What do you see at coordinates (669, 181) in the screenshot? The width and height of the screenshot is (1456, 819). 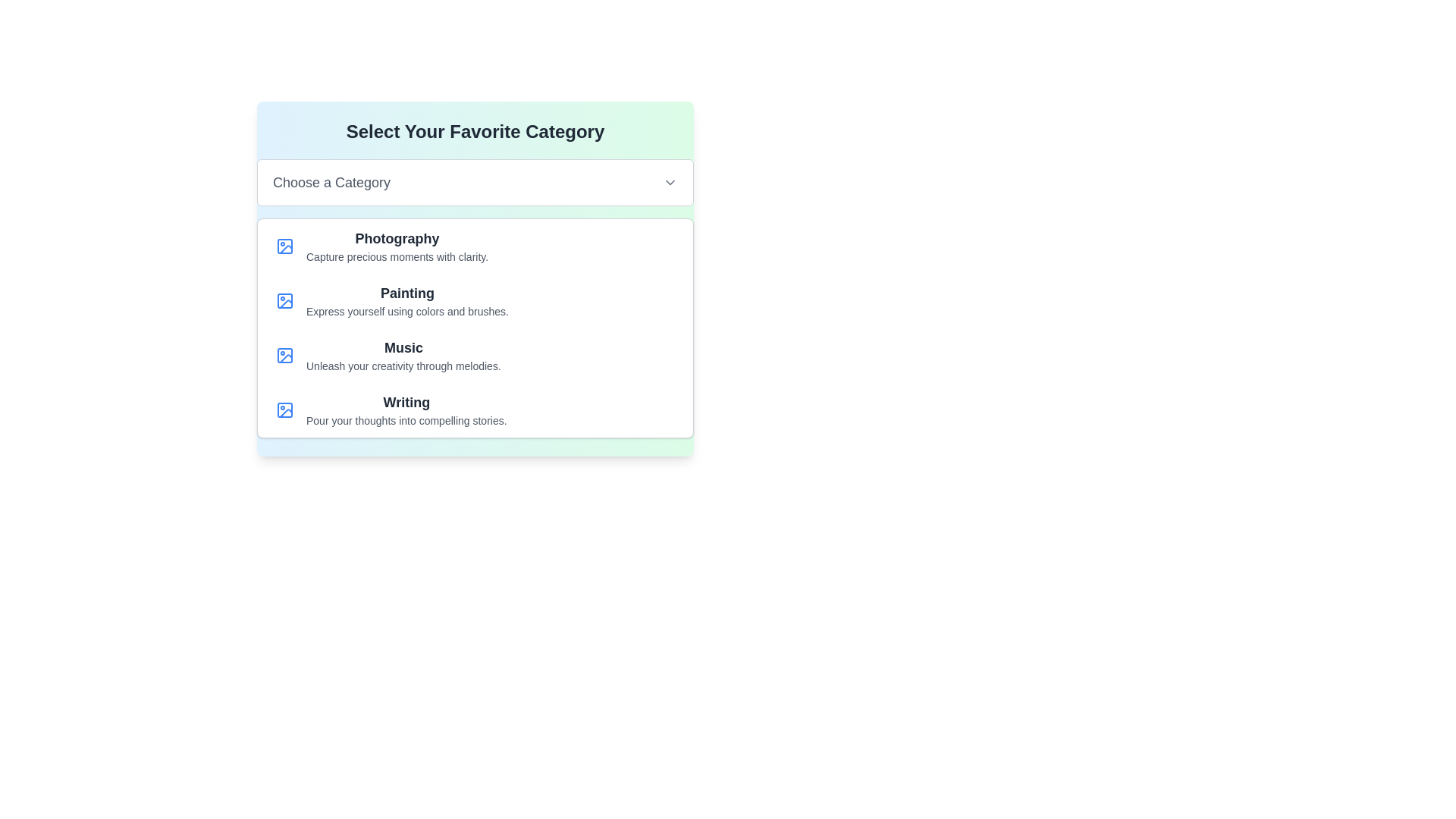 I see `the downward-facing chevron icon` at bounding box center [669, 181].